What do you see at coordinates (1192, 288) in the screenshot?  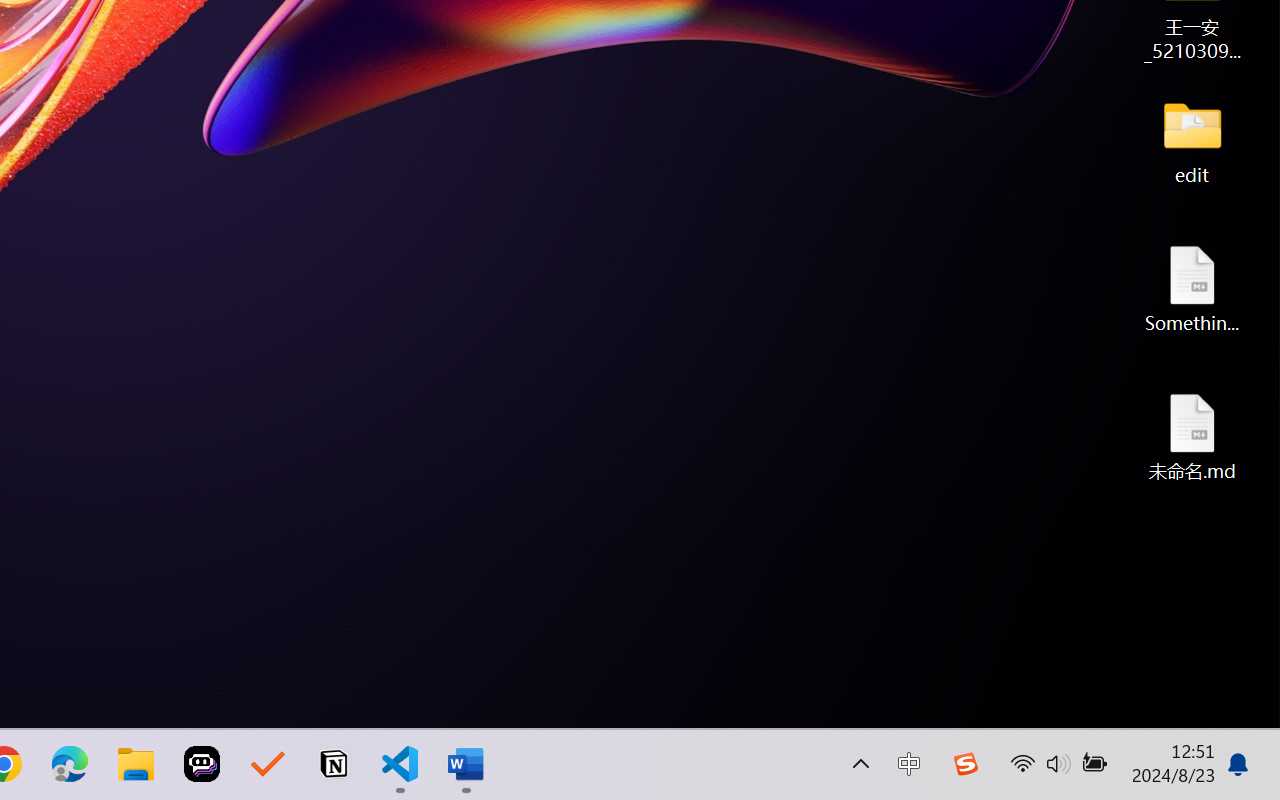 I see `'Something.md'` at bounding box center [1192, 288].